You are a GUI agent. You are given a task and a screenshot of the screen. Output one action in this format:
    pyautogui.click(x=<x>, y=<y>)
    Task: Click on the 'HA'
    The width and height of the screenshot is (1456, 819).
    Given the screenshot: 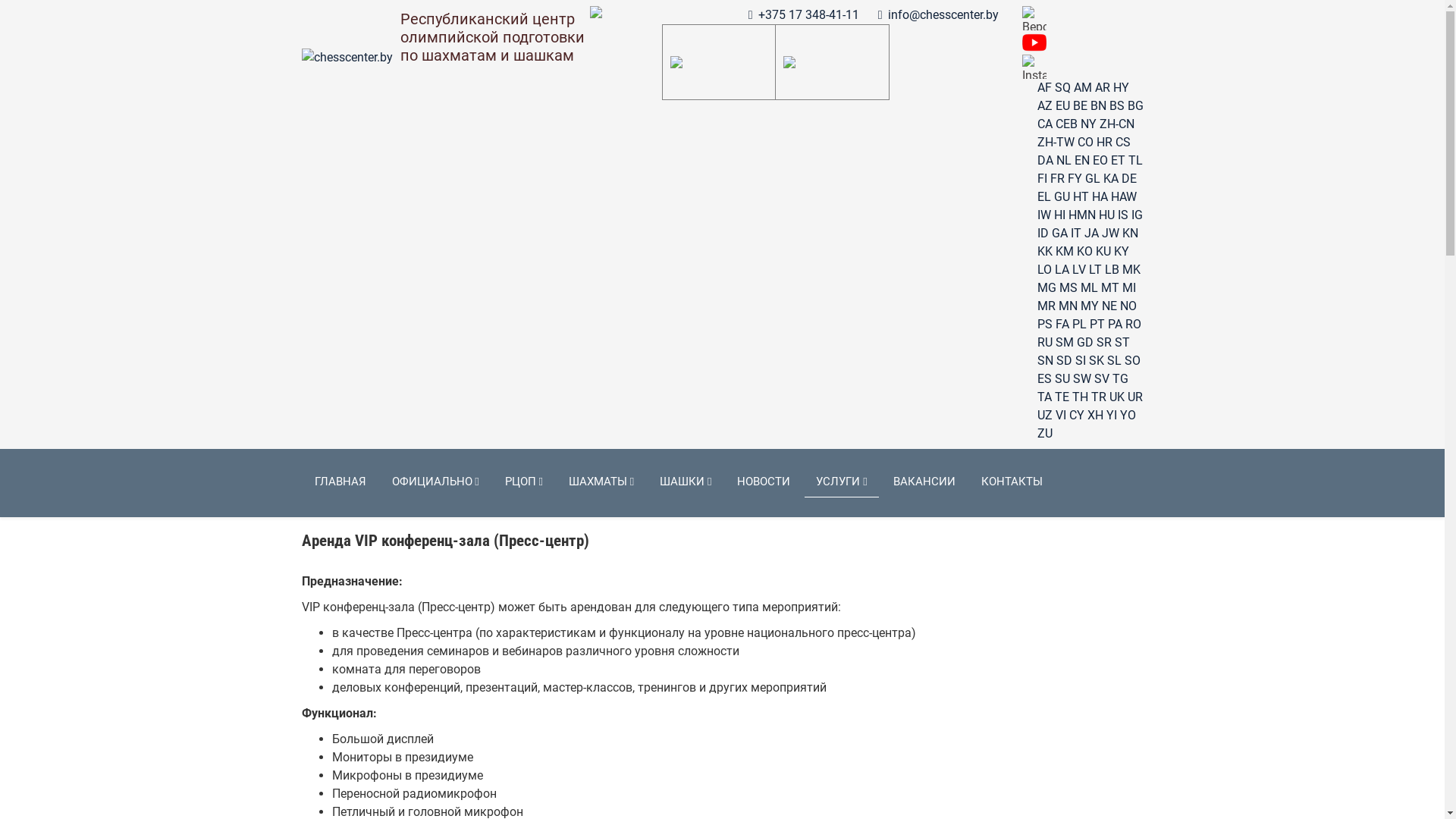 What is the action you would take?
    pyautogui.click(x=1092, y=196)
    